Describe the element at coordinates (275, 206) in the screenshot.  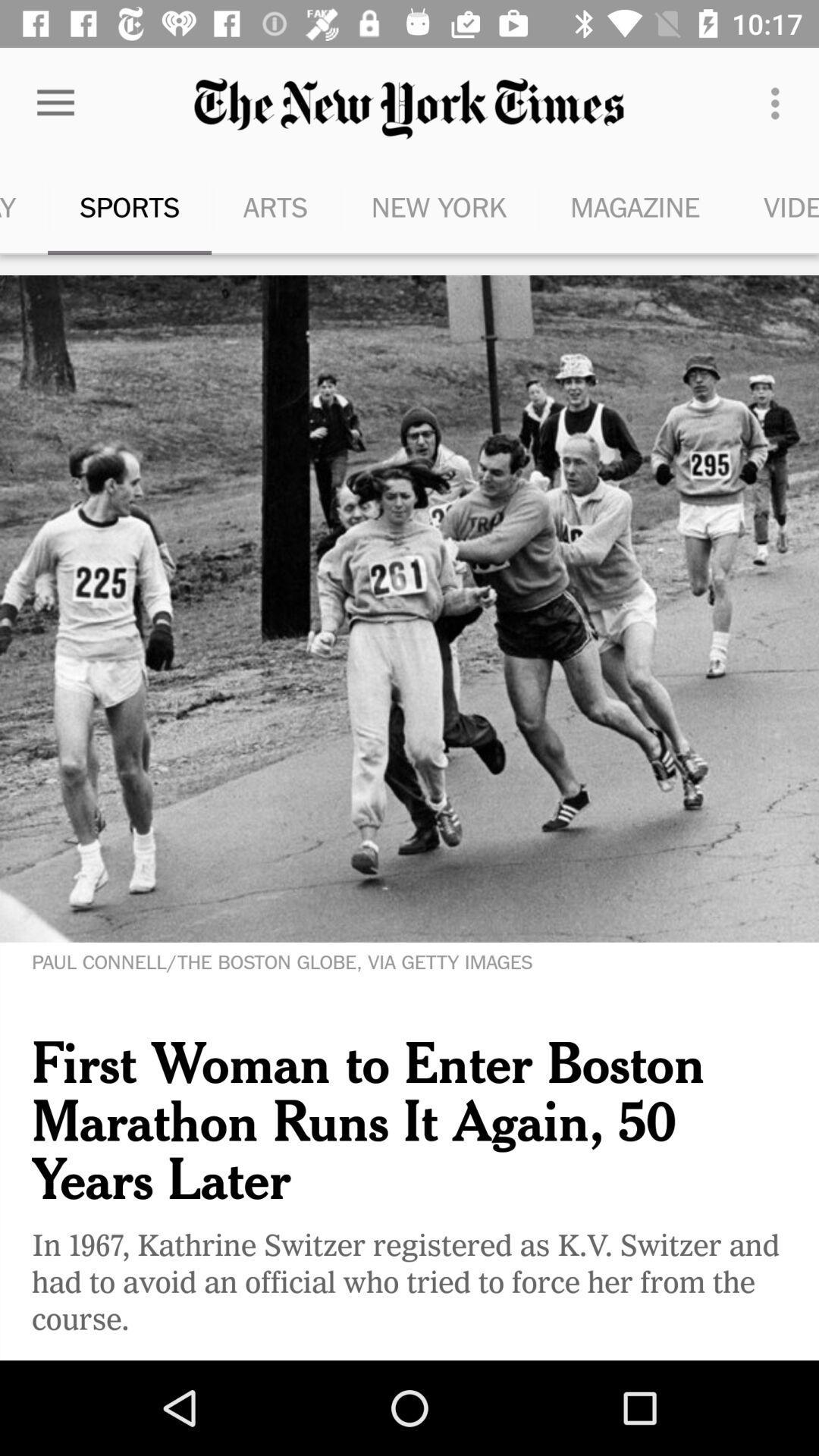
I see `arts` at that location.